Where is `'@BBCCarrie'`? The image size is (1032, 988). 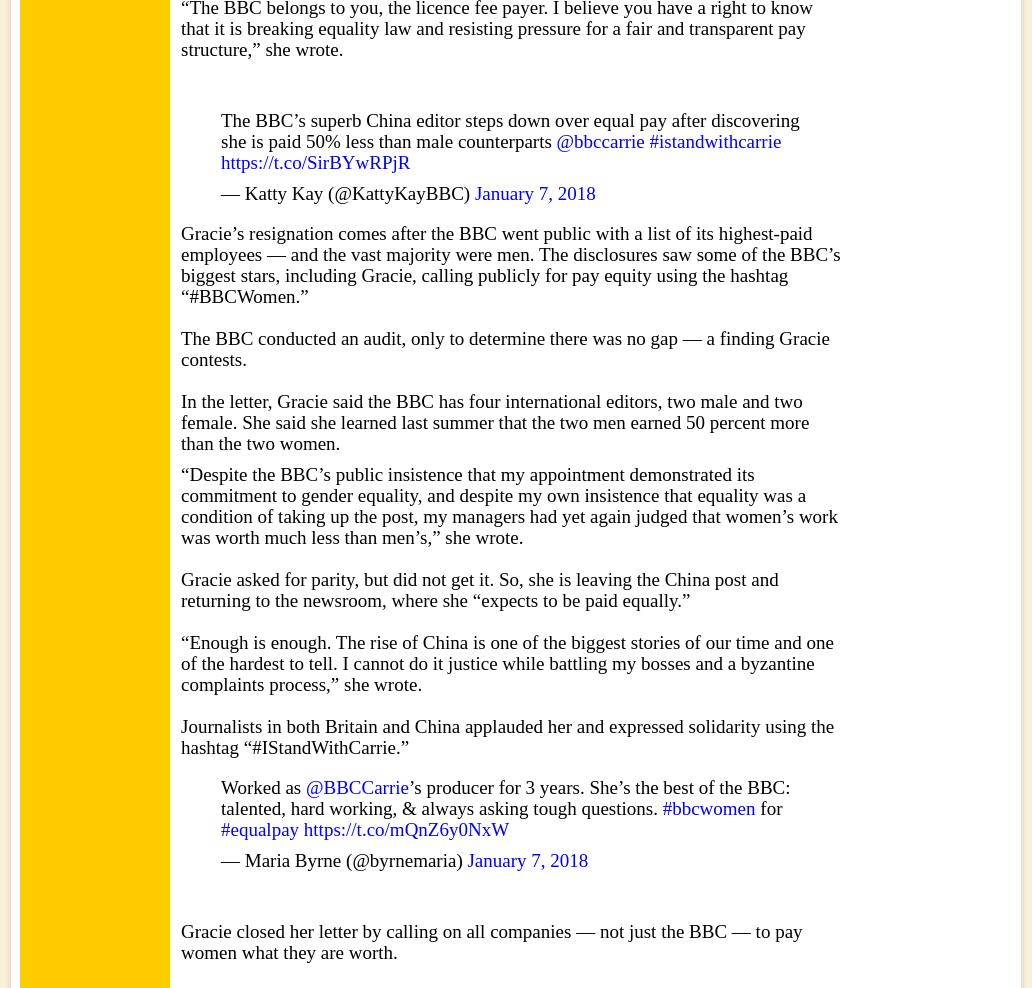 '@BBCCarrie' is located at coordinates (305, 786).